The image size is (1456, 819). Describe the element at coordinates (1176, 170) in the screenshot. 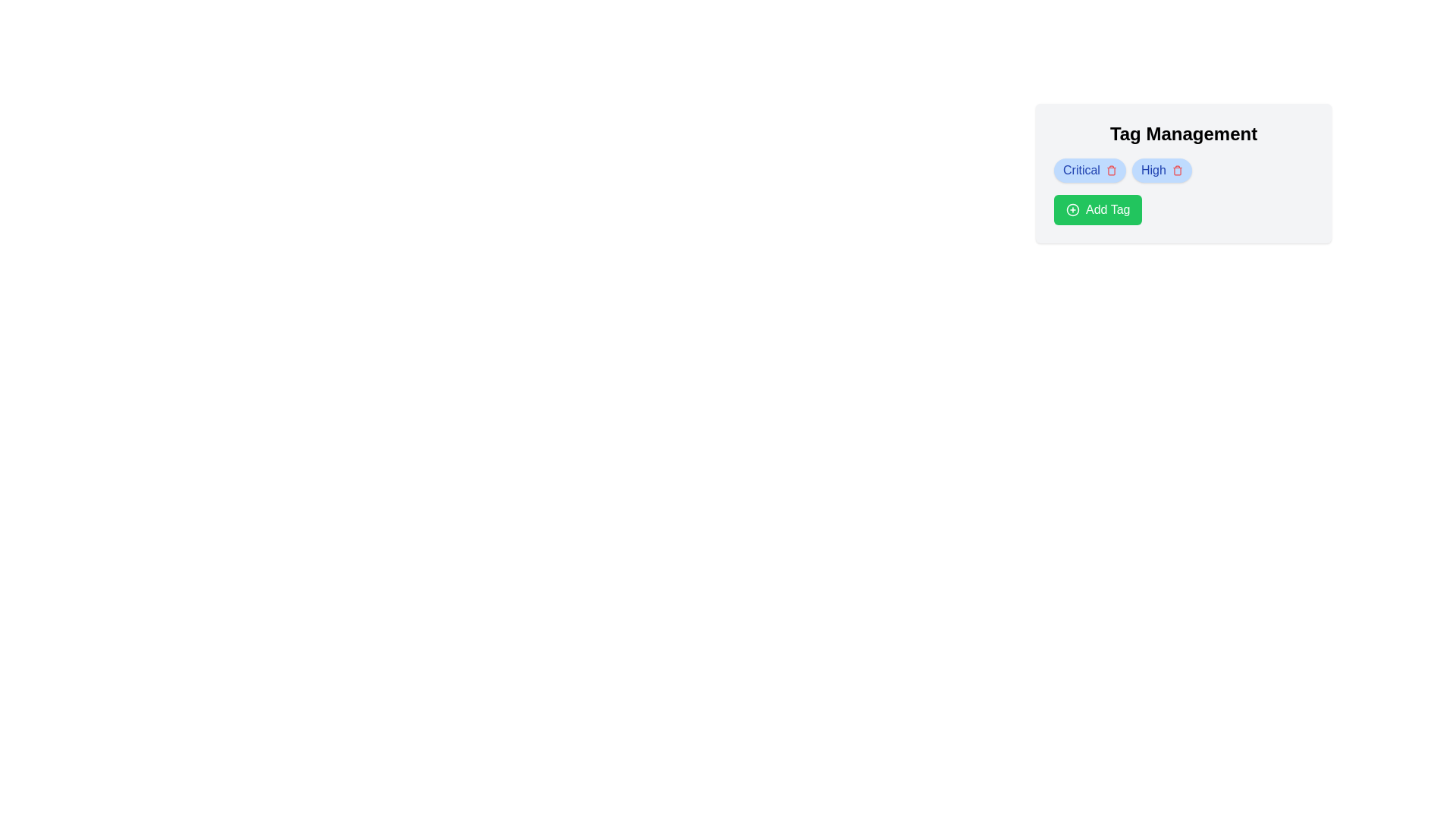

I see `the compact red trash icon located immediately to the right of the 'High' label in the Tag Management section` at that location.